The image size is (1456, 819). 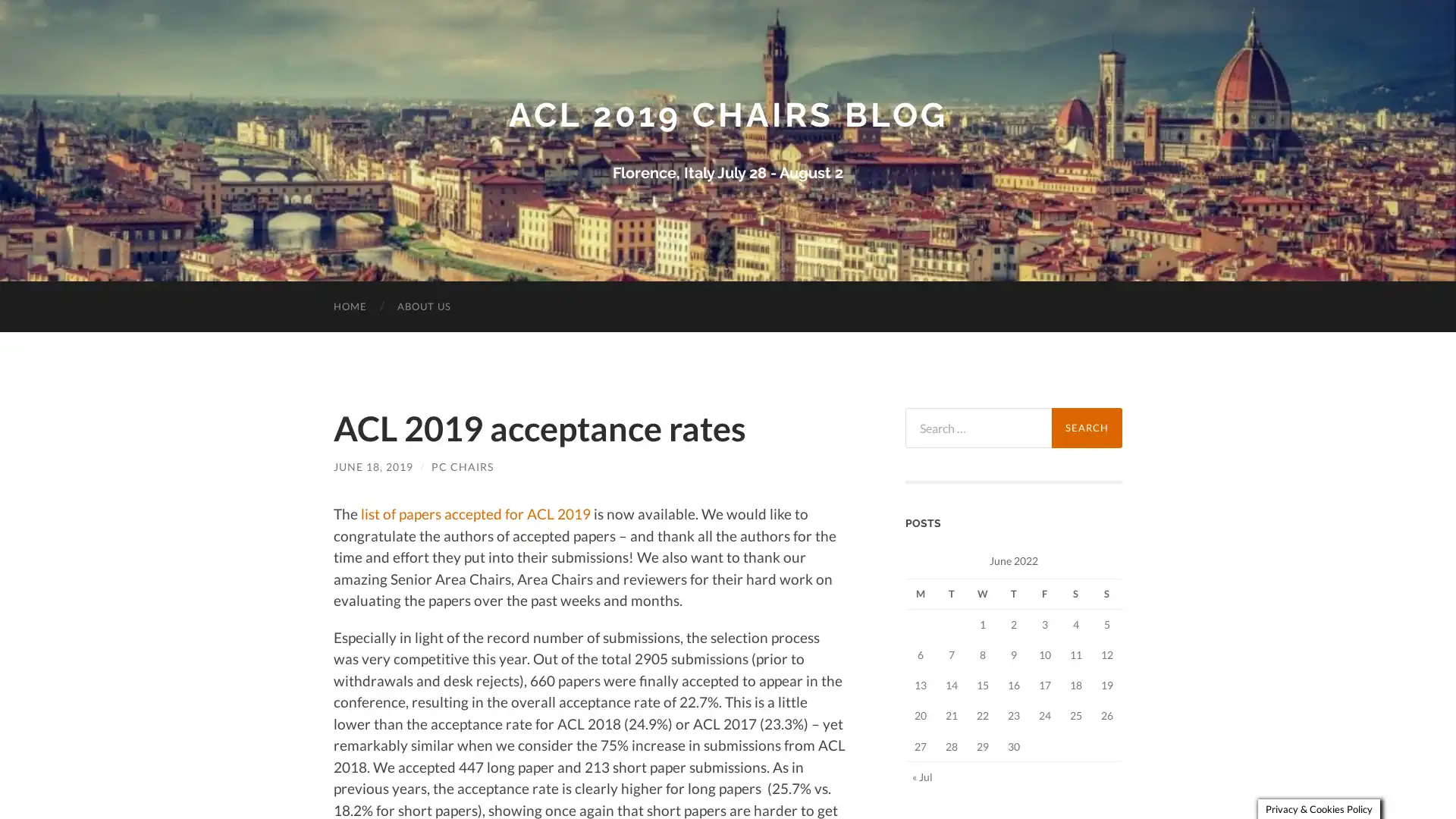 I want to click on Search, so click(x=1086, y=427).